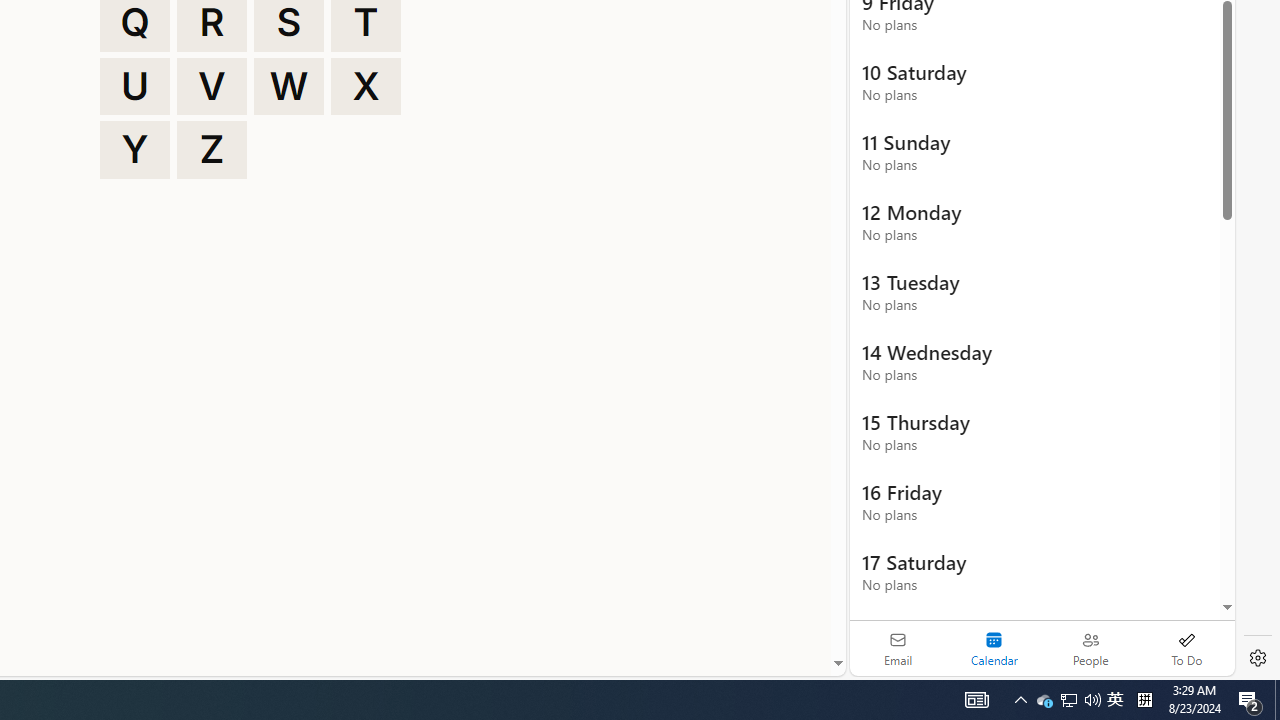 Image resolution: width=1280 pixels, height=720 pixels. What do you see at coordinates (288, 85) in the screenshot?
I see `'W'` at bounding box center [288, 85].